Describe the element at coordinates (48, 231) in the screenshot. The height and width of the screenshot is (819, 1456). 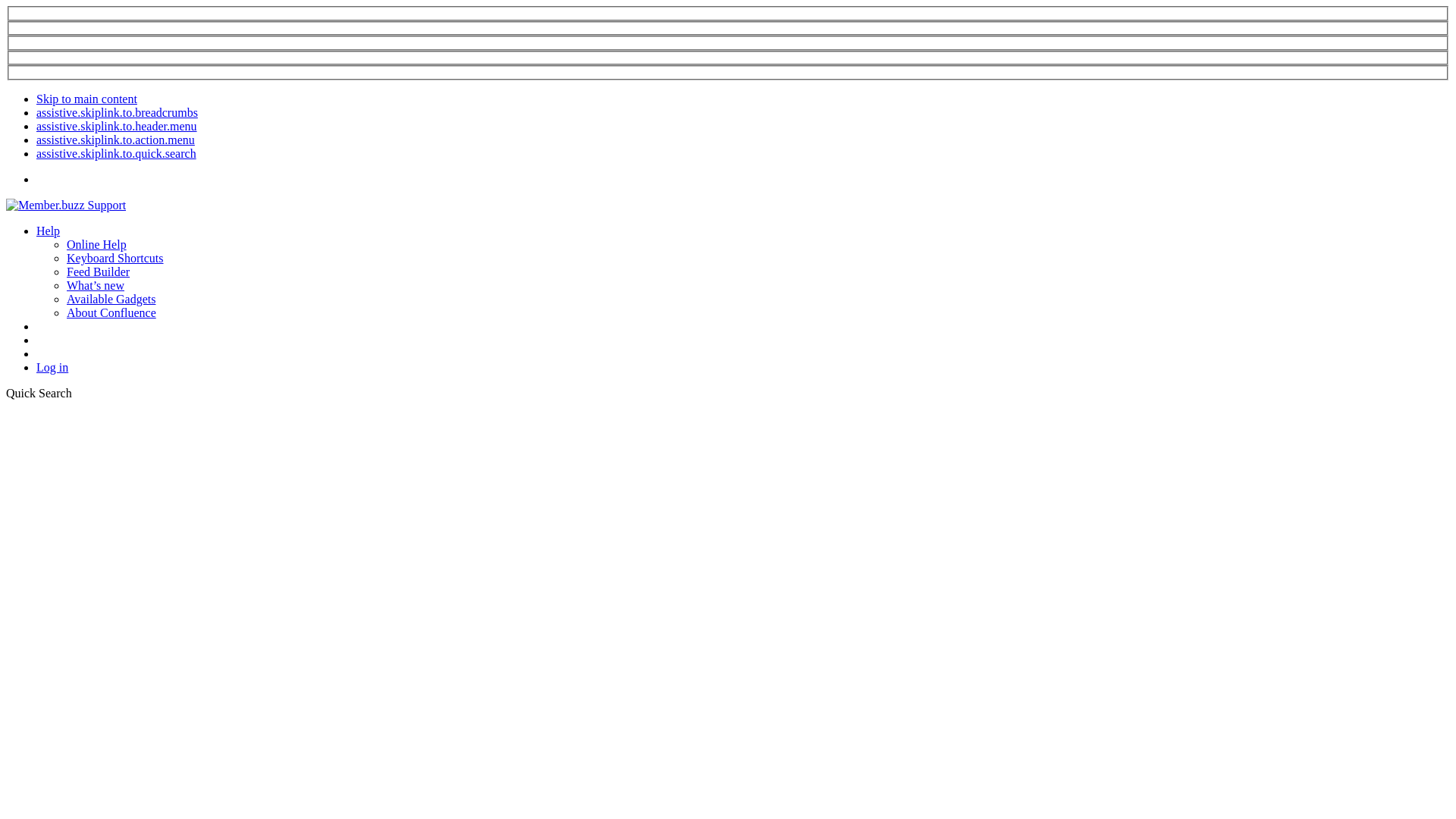
I see `'Help'` at that location.